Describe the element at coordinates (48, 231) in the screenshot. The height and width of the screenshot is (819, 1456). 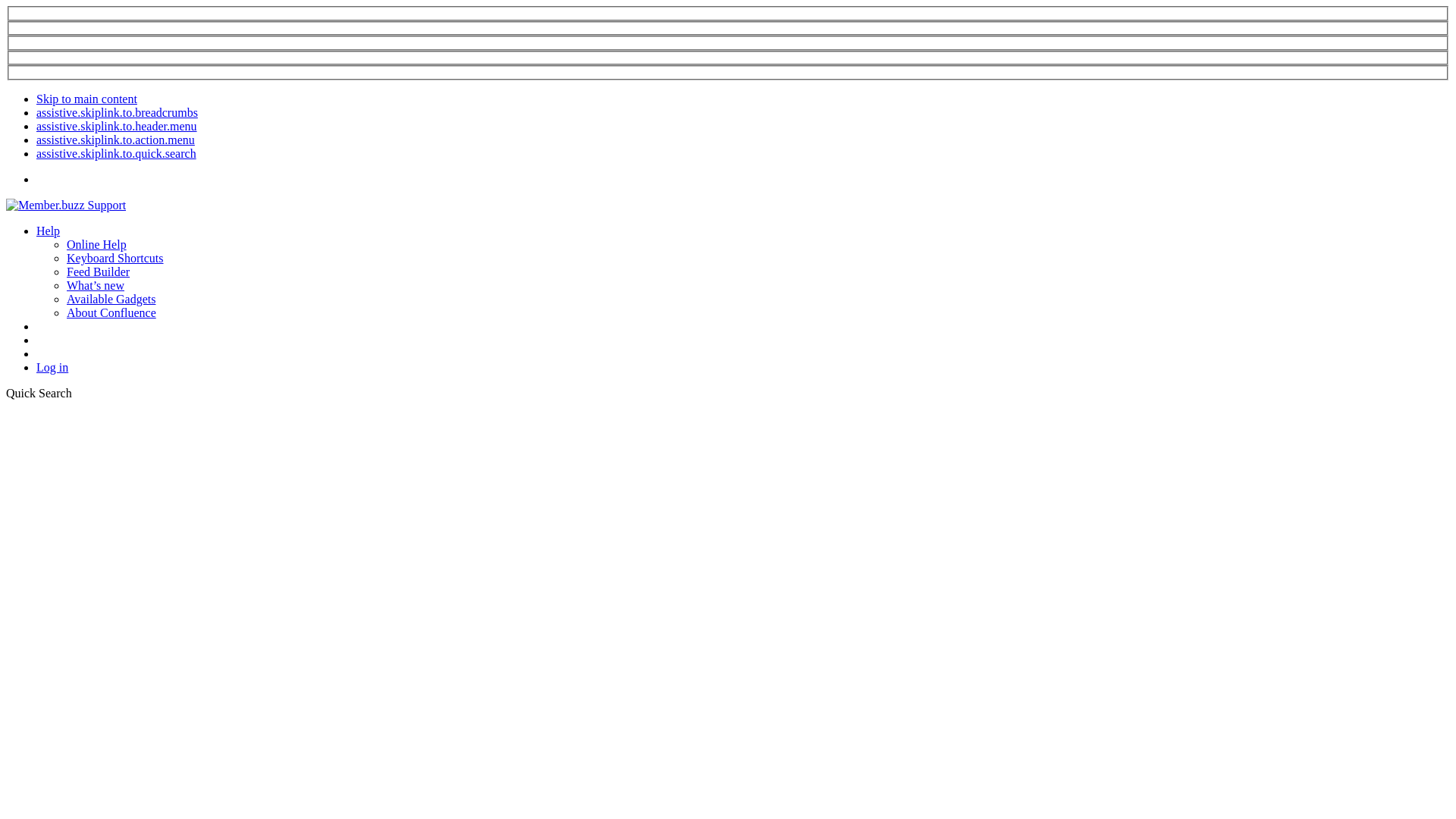
I see `'Help'` at that location.